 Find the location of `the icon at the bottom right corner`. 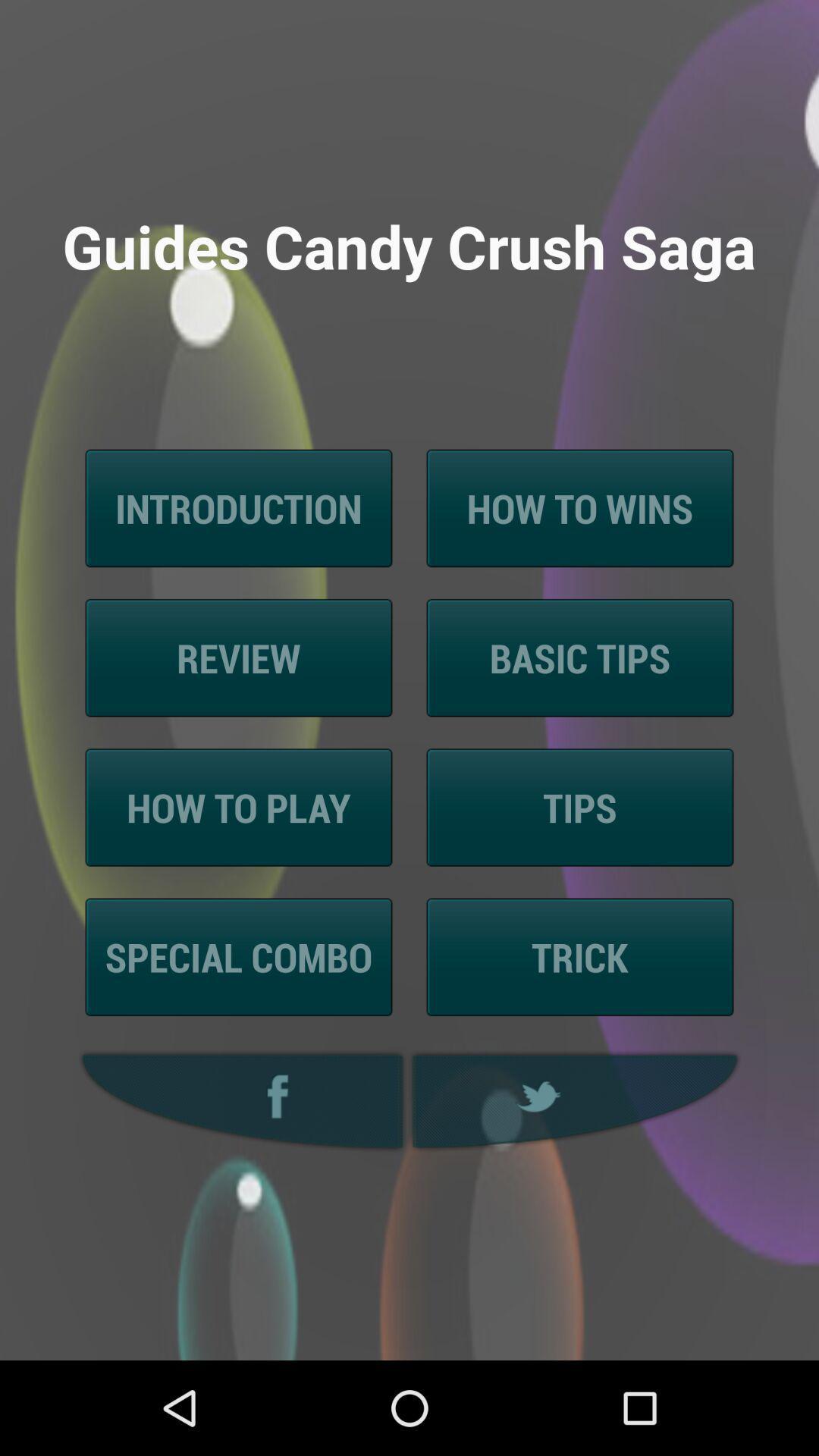

the icon at the bottom right corner is located at coordinates (577, 1101).